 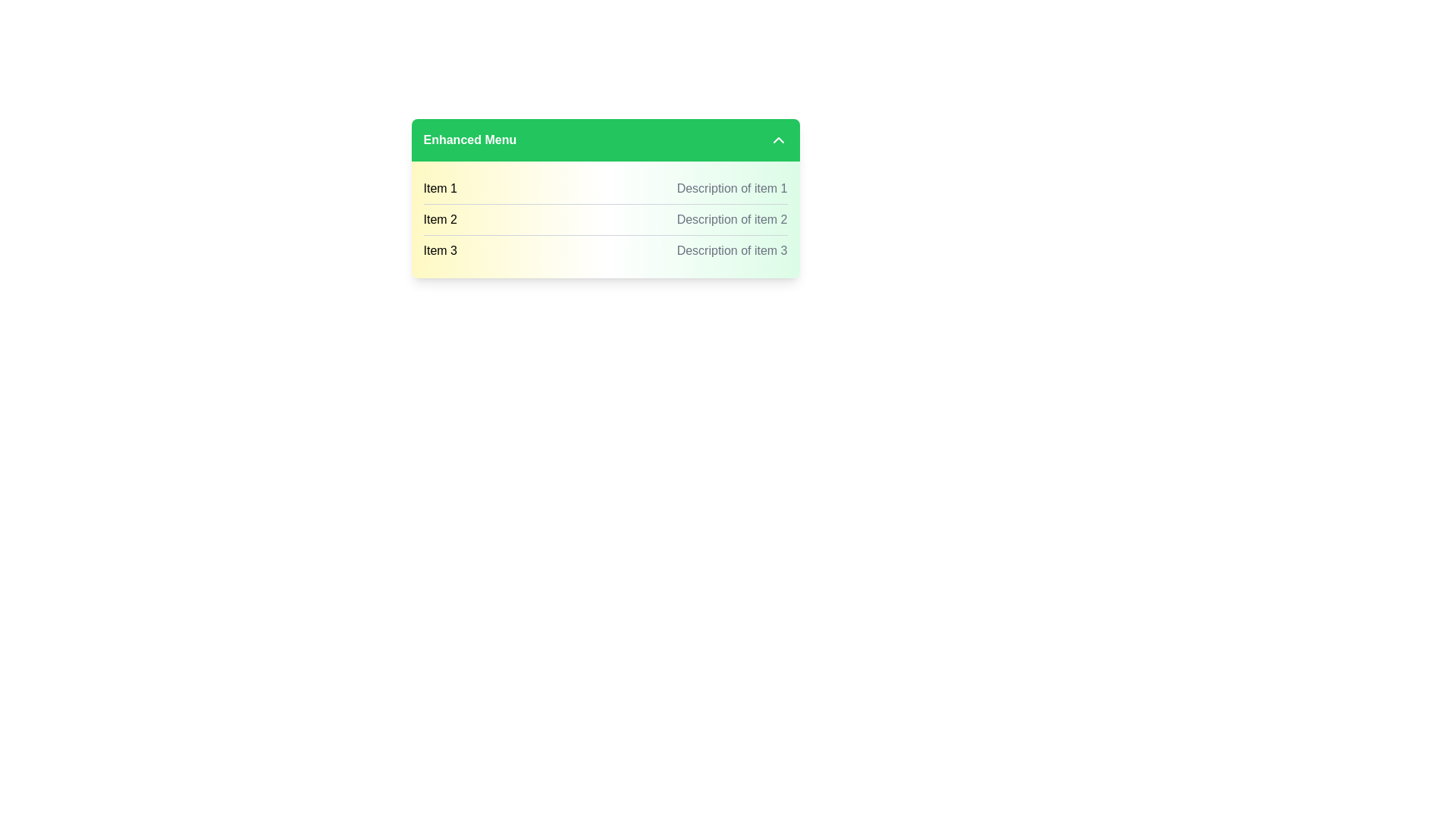 I want to click on the first row of the list item displaying 'Item 1' with the description 'Description of item 1', so click(x=604, y=188).